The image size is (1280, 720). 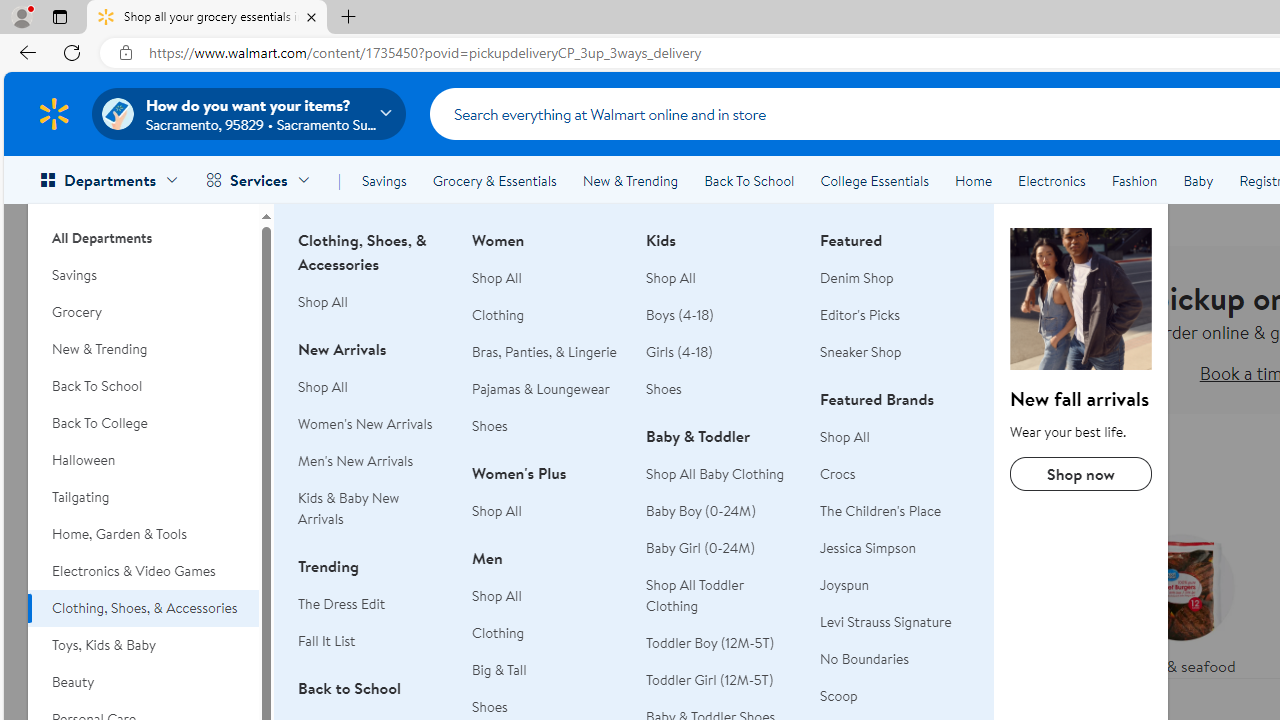 I want to click on 'Tailgating', so click(x=142, y=496).